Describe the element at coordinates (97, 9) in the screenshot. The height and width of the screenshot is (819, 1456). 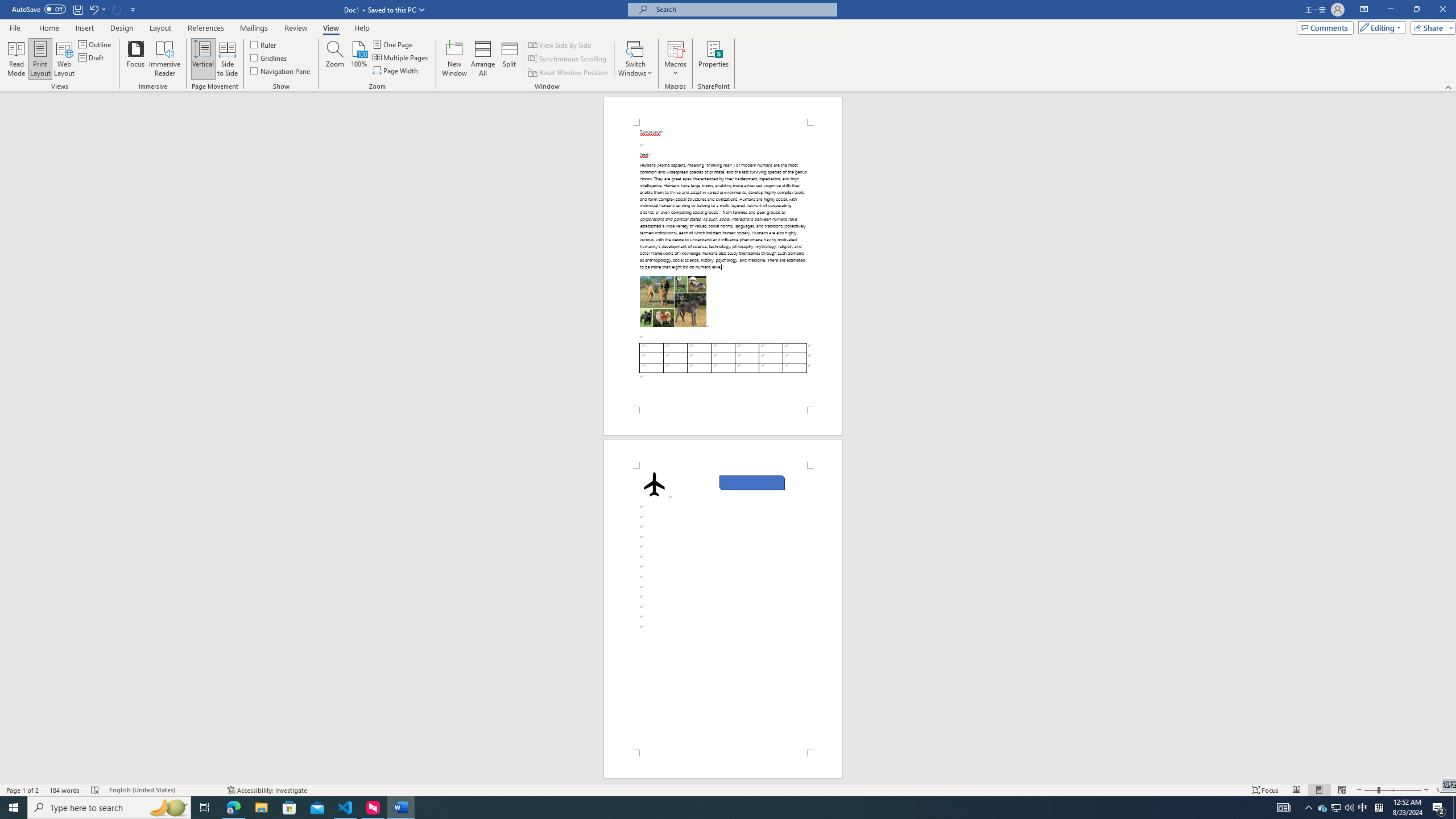
I see `'Undo Apply Quick Style Set'` at that location.